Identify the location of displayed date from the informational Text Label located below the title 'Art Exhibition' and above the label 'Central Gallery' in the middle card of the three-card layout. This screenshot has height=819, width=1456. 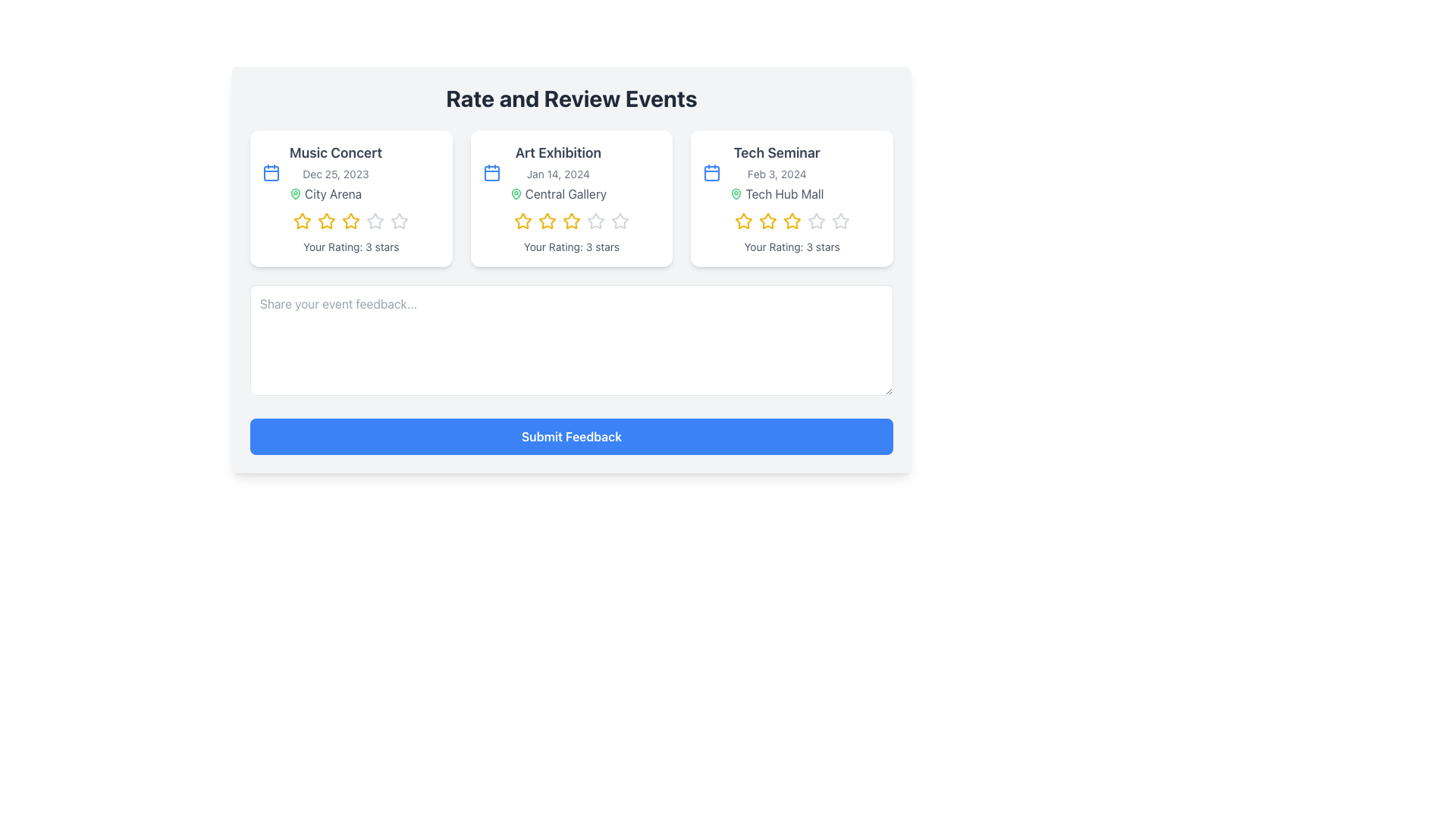
(557, 174).